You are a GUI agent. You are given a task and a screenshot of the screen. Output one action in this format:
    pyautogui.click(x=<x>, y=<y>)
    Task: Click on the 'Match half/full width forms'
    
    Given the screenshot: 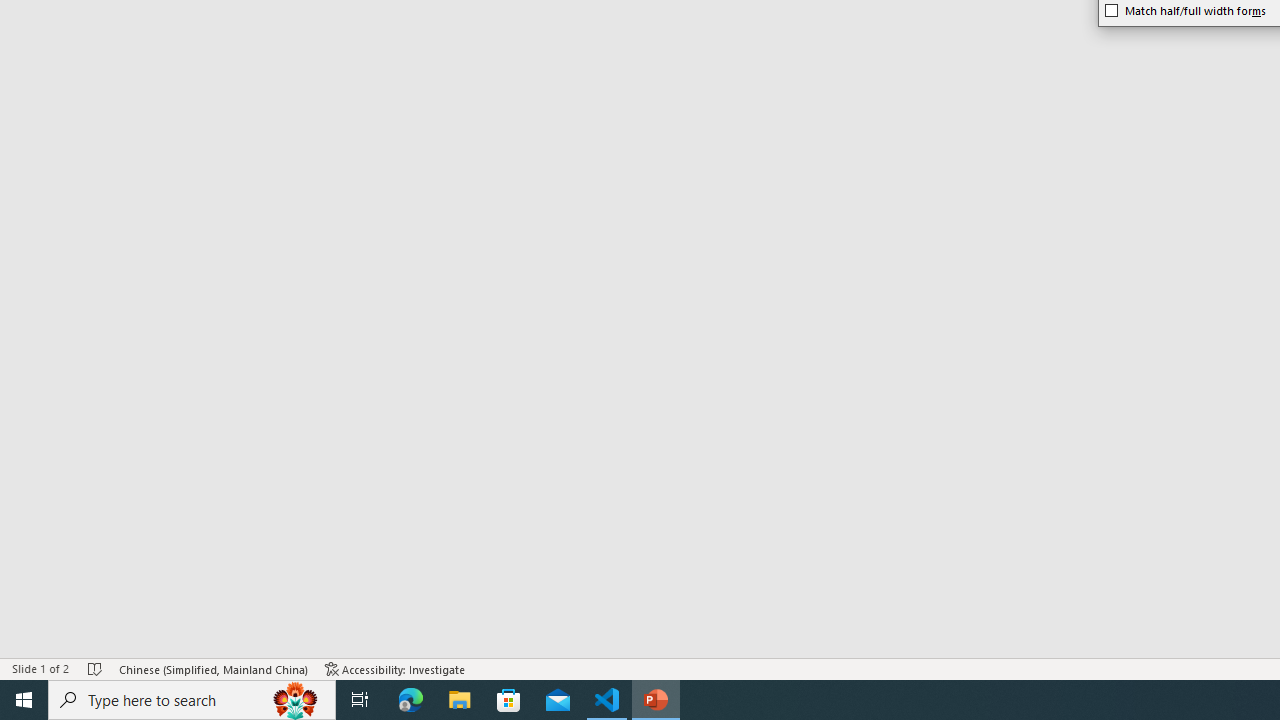 What is the action you would take?
    pyautogui.click(x=1186, y=10)
    